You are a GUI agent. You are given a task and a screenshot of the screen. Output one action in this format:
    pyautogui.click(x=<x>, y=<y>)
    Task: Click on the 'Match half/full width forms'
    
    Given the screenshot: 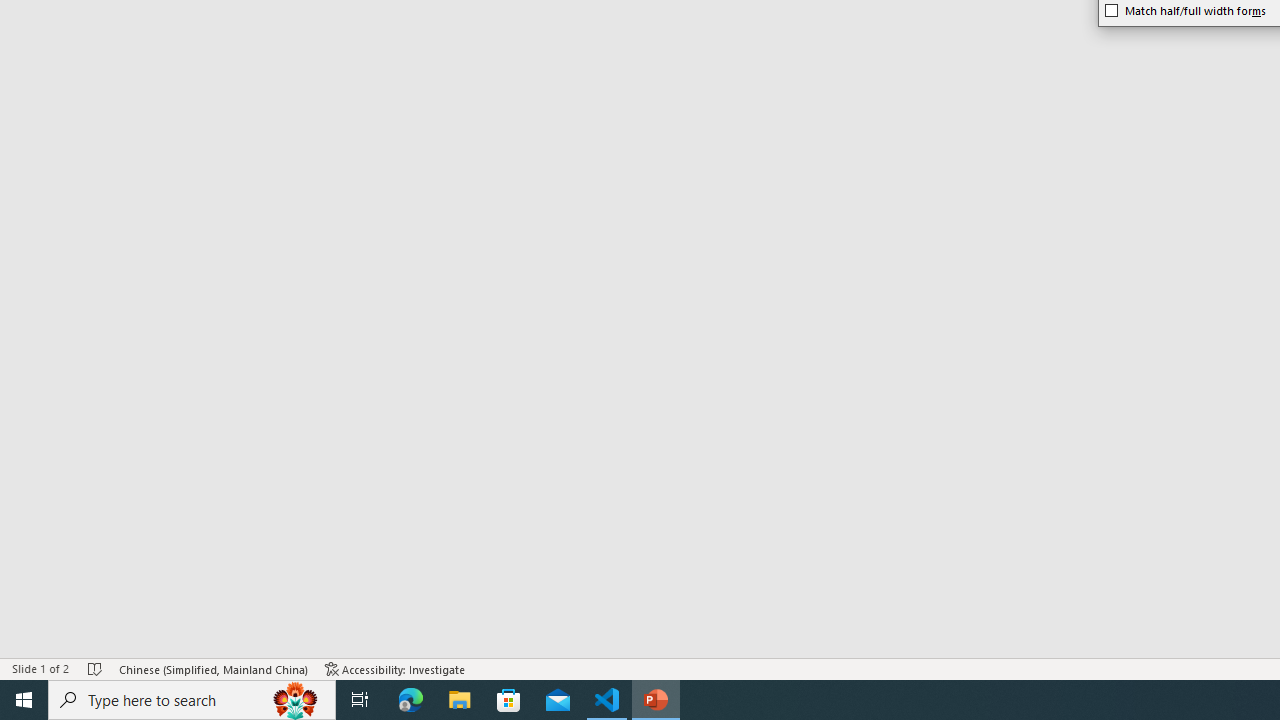 What is the action you would take?
    pyautogui.click(x=1186, y=10)
    